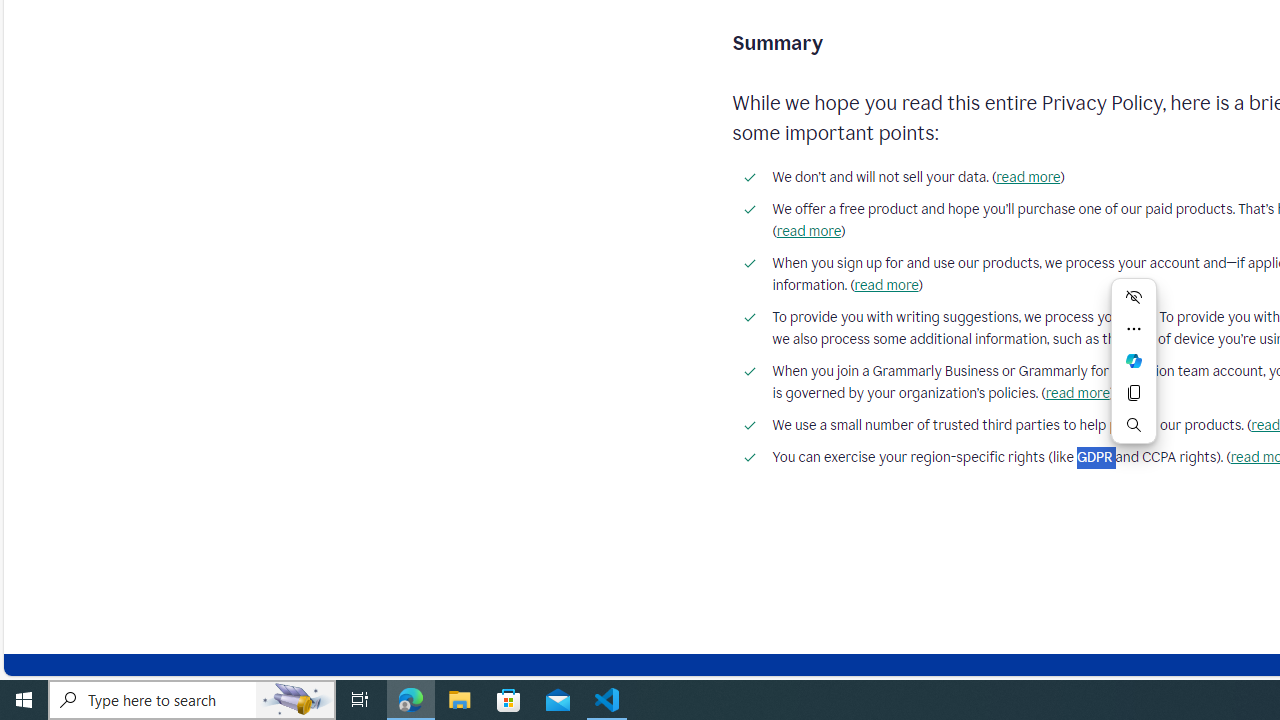 The width and height of the screenshot is (1280, 720). I want to click on 'Mini menu on text selection', so click(1134, 372).